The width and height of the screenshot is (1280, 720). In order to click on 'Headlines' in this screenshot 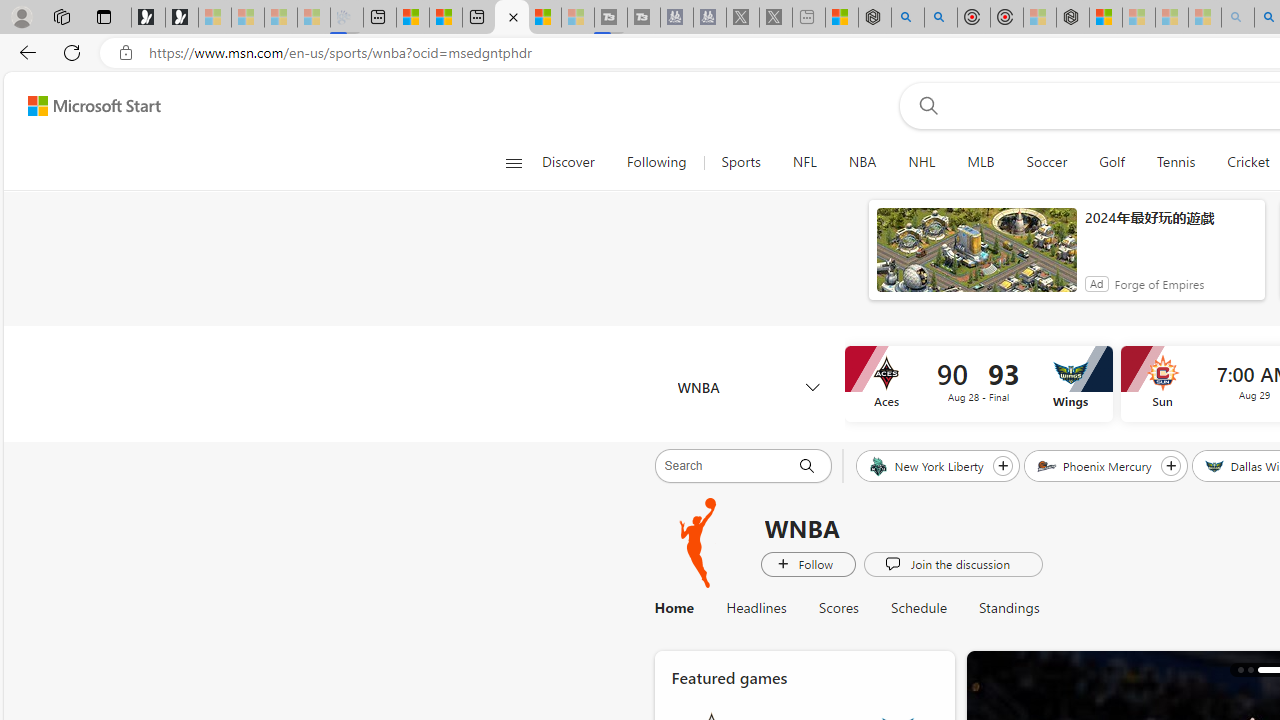, I will do `click(755, 607)`.